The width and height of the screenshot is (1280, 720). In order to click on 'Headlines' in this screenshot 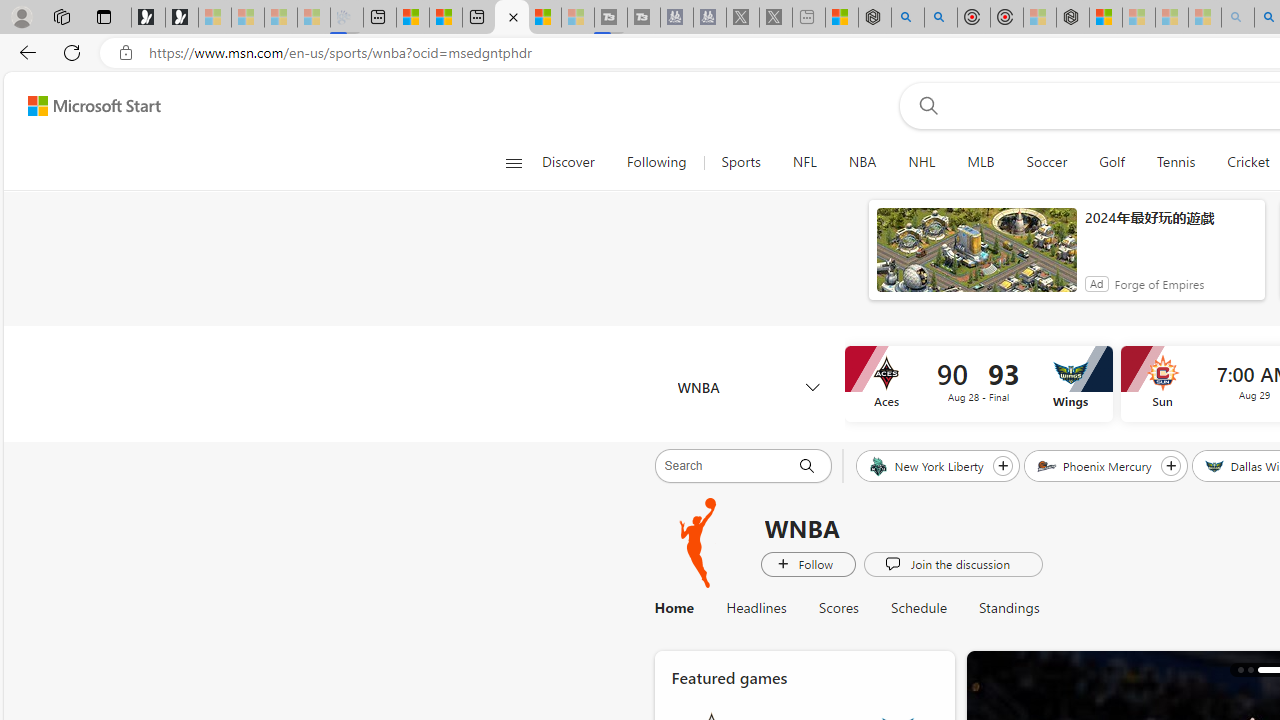, I will do `click(755, 607)`.